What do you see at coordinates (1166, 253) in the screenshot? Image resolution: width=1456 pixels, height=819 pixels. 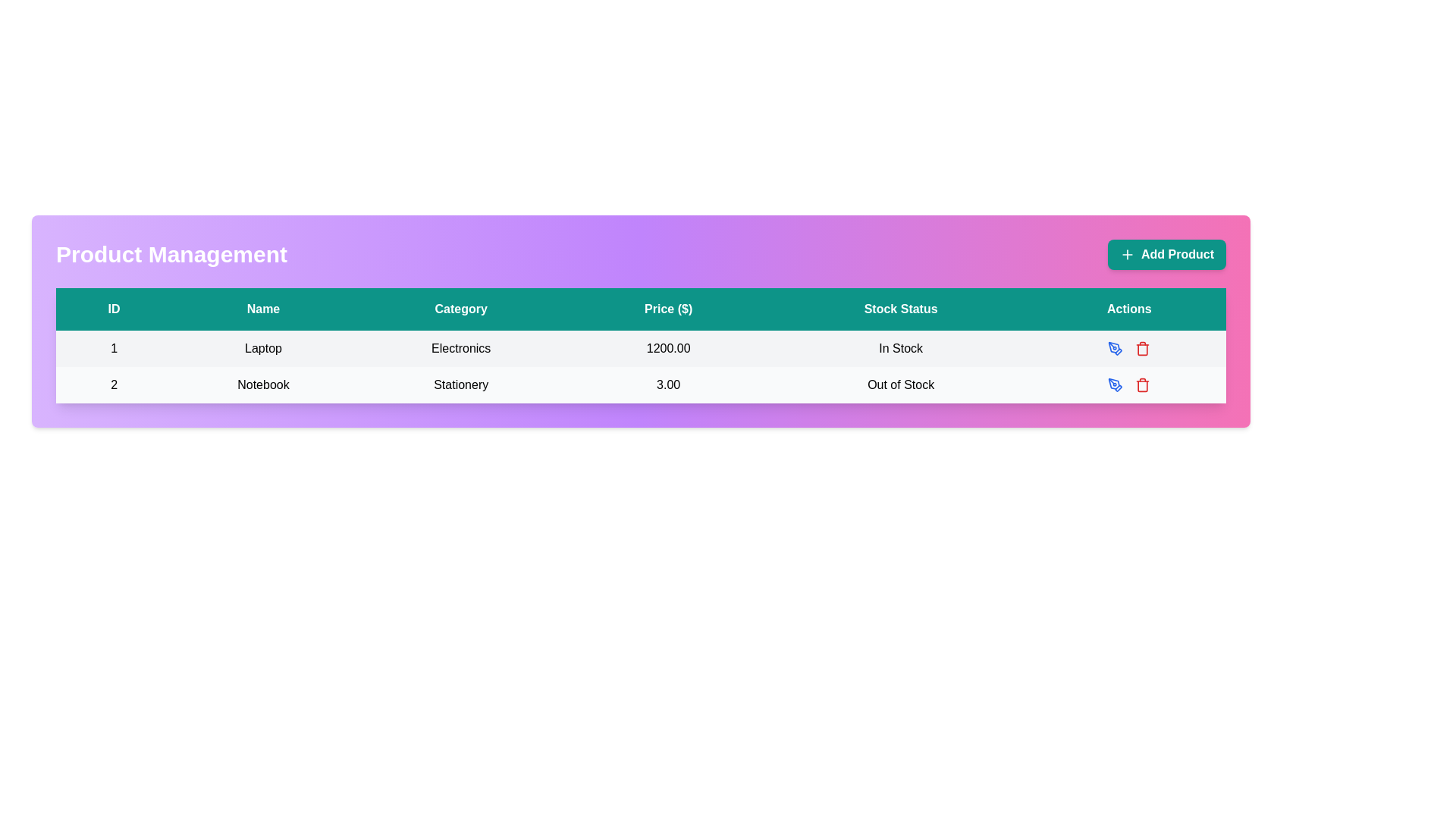 I see `the 'Add Product' button, which has a teal background, white text, rounded corners, and a 'plus' icon, located on the right-hand side of the 'Product Management' title` at bounding box center [1166, 253].